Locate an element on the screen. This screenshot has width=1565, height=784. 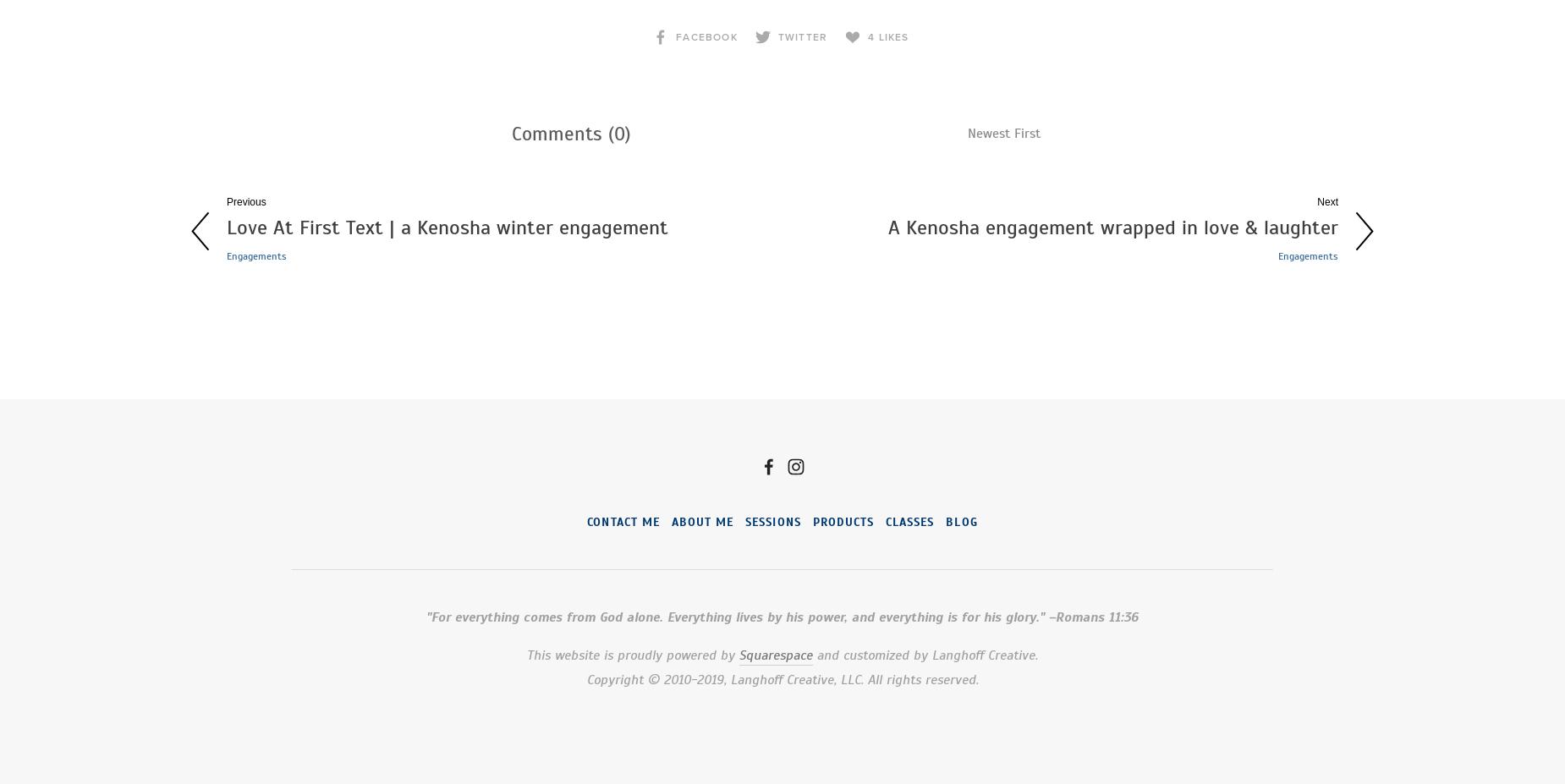
'Next' is located at coordinates (1327, 200).